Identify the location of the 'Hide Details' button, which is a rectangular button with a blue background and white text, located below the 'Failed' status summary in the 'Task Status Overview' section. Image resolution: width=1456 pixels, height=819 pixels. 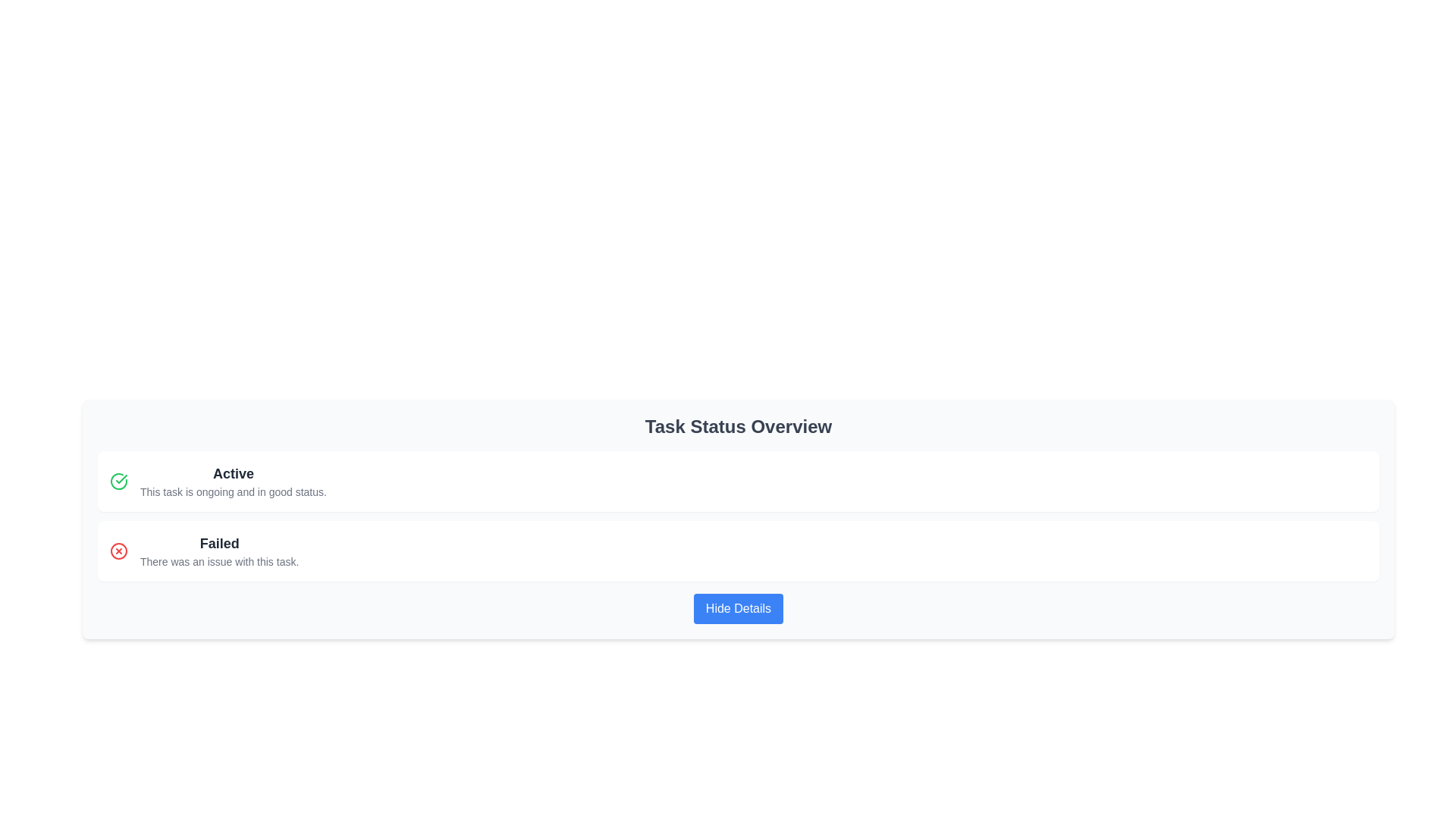
(739, 607).